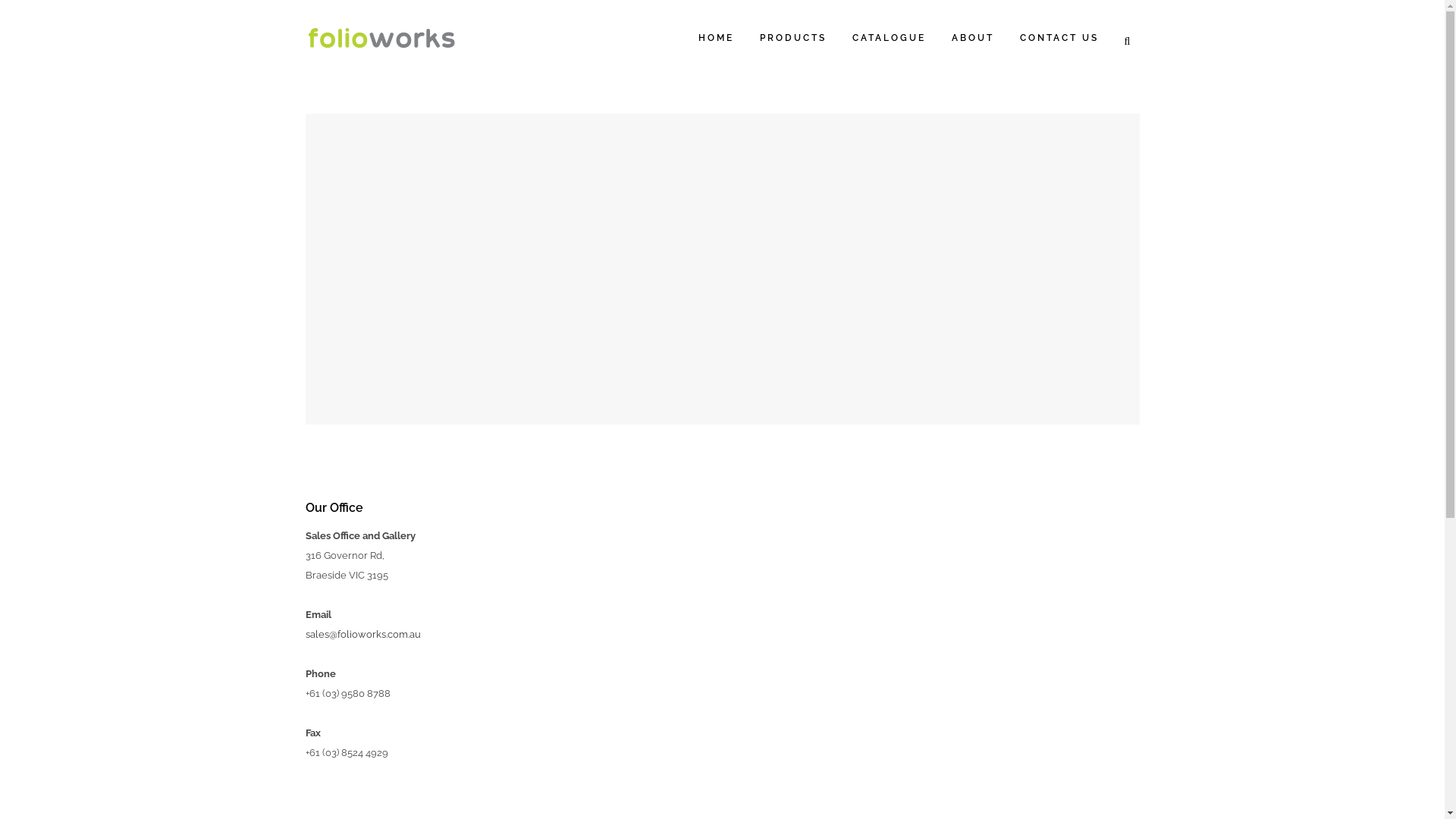 This screenshot has height=819, width=1456. I want to click on 'CATALOGUE', so click(888, 37).